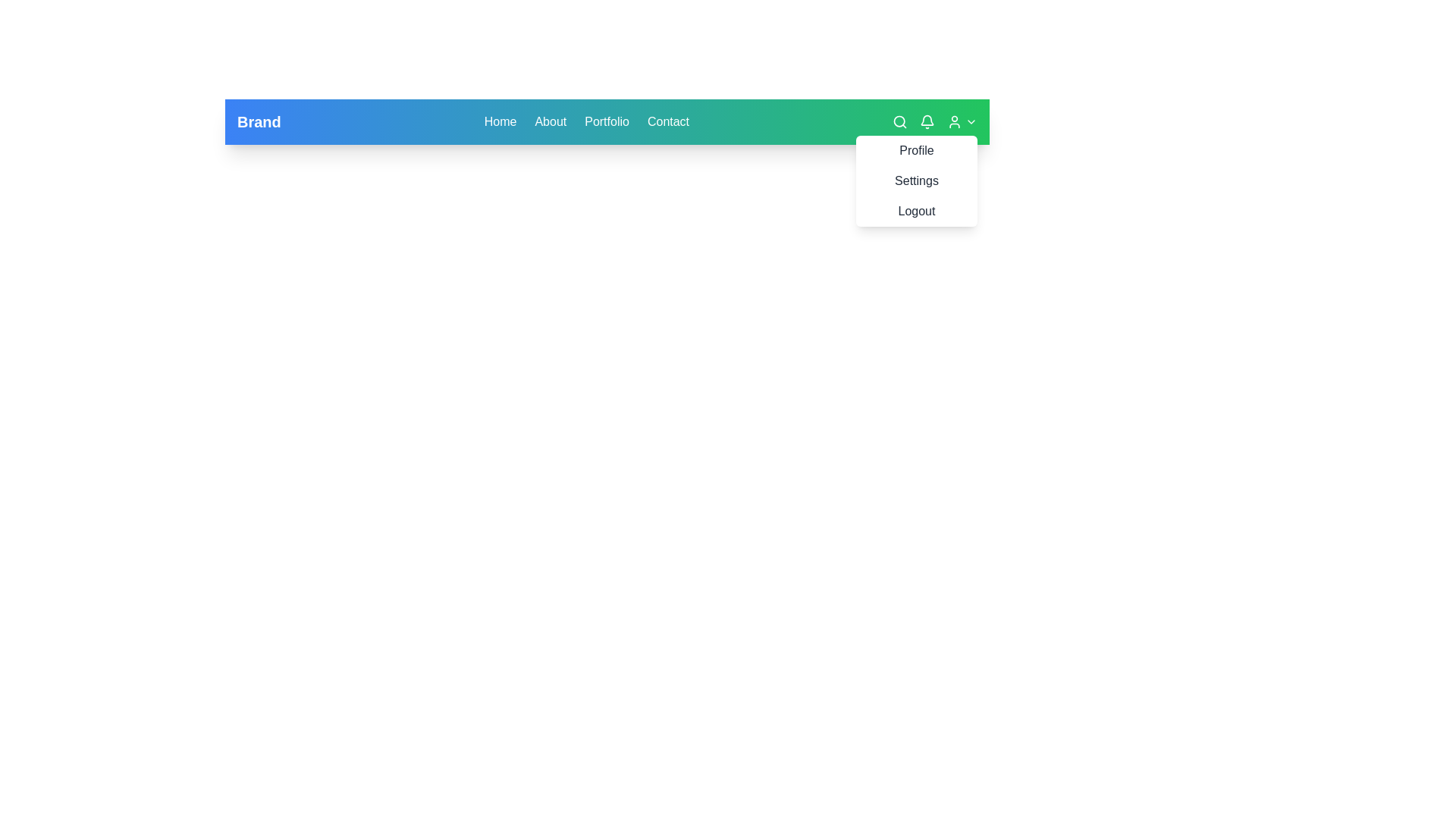 The height and width of the screenshot is (819, 1456). What do you see at coordinates (953, 121) in the screenshot?
I see `the user profile access icon` at bounding box center [953, 121].